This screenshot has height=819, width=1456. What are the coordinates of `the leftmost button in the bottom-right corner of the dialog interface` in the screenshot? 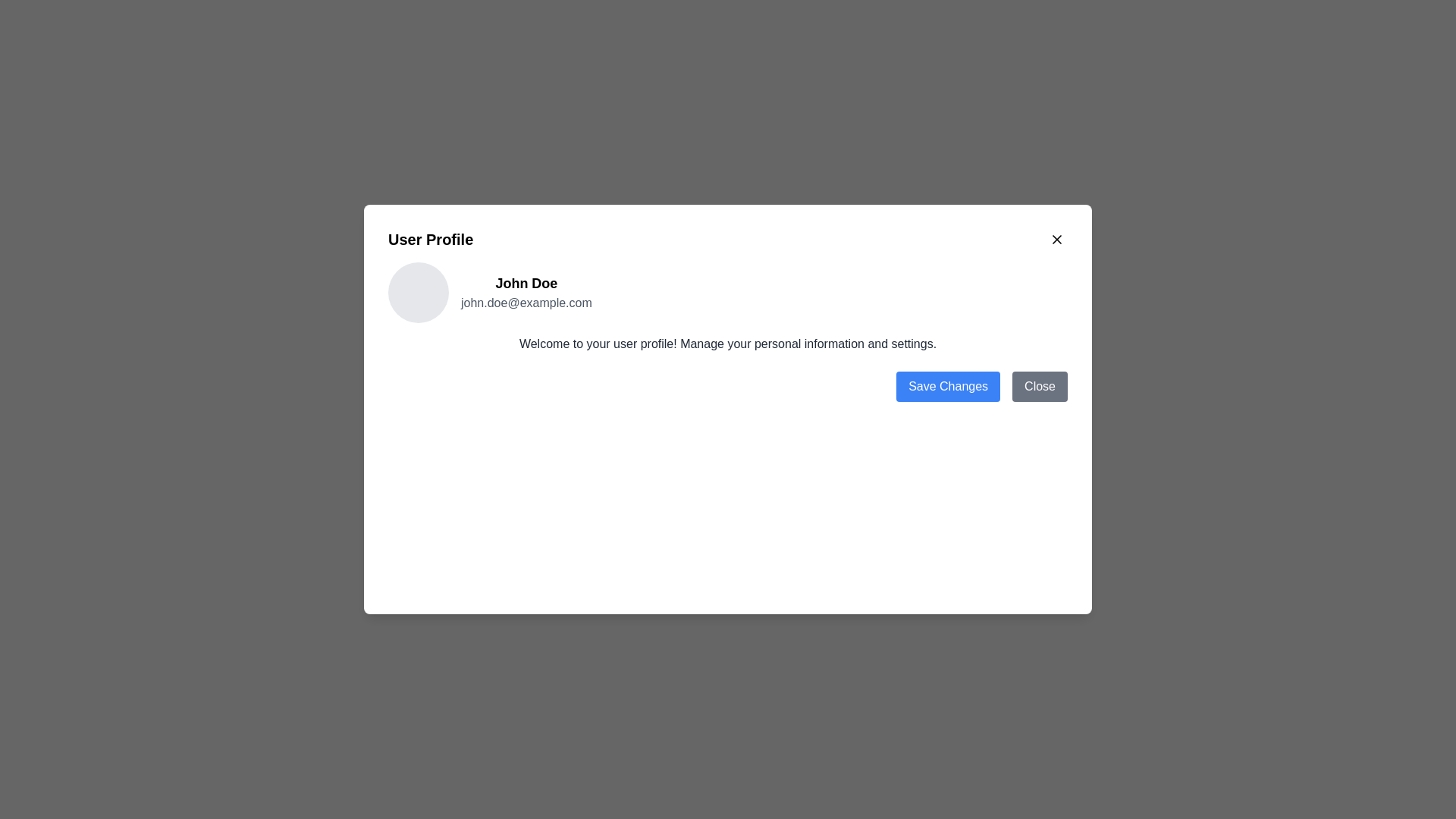 It's located at (947, 385).